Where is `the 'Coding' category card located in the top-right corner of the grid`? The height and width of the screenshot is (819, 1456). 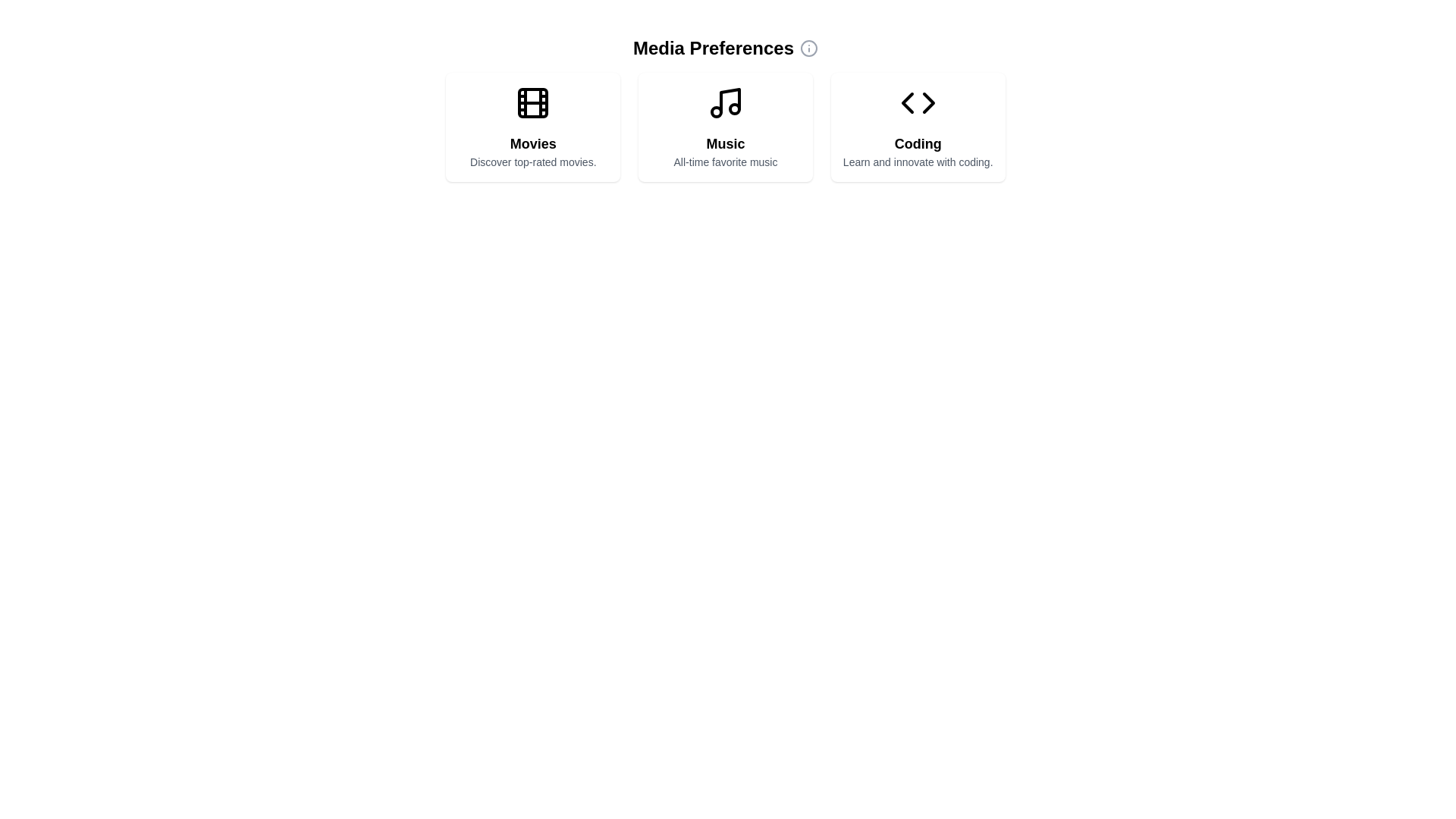
the 'Coding' category card located in the top-right corner of the grid is located at coordinates (917, 127).